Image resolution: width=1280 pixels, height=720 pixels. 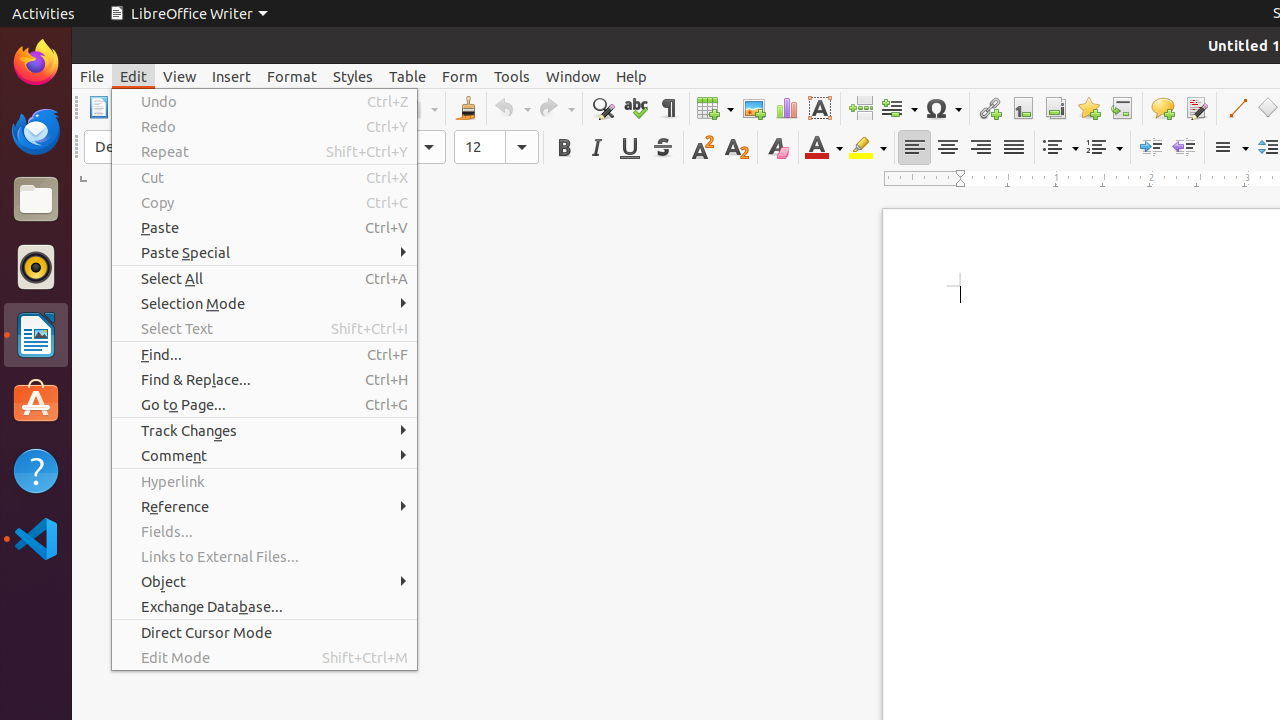 What do you see at coordinates (263, 657) in the screenshot?
I see `'Edit Mode'` at bounding box center [263, 657].